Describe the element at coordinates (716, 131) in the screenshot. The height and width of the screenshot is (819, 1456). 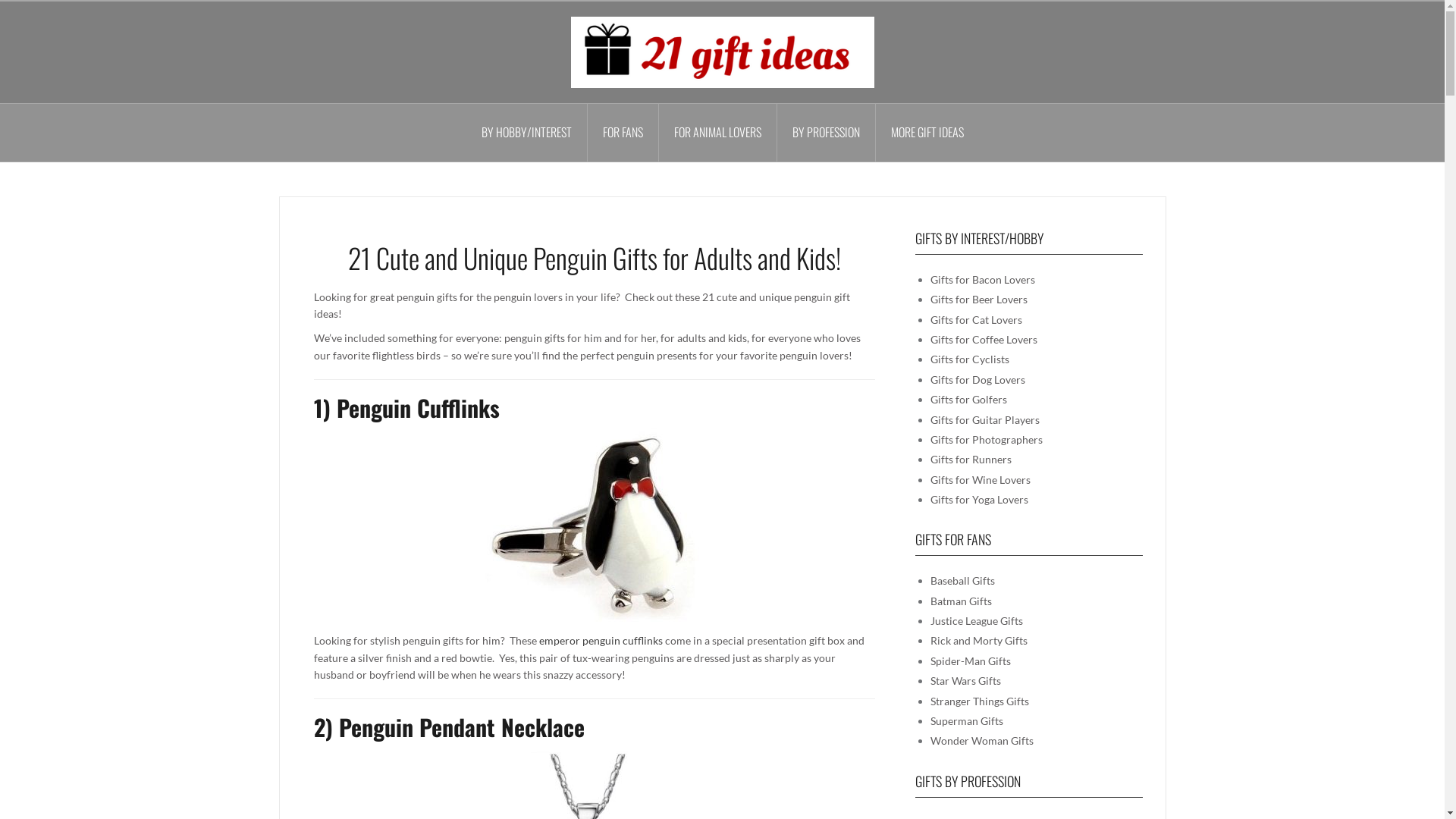
I see `'FOR ANIMAL LOVERS'` at that location.